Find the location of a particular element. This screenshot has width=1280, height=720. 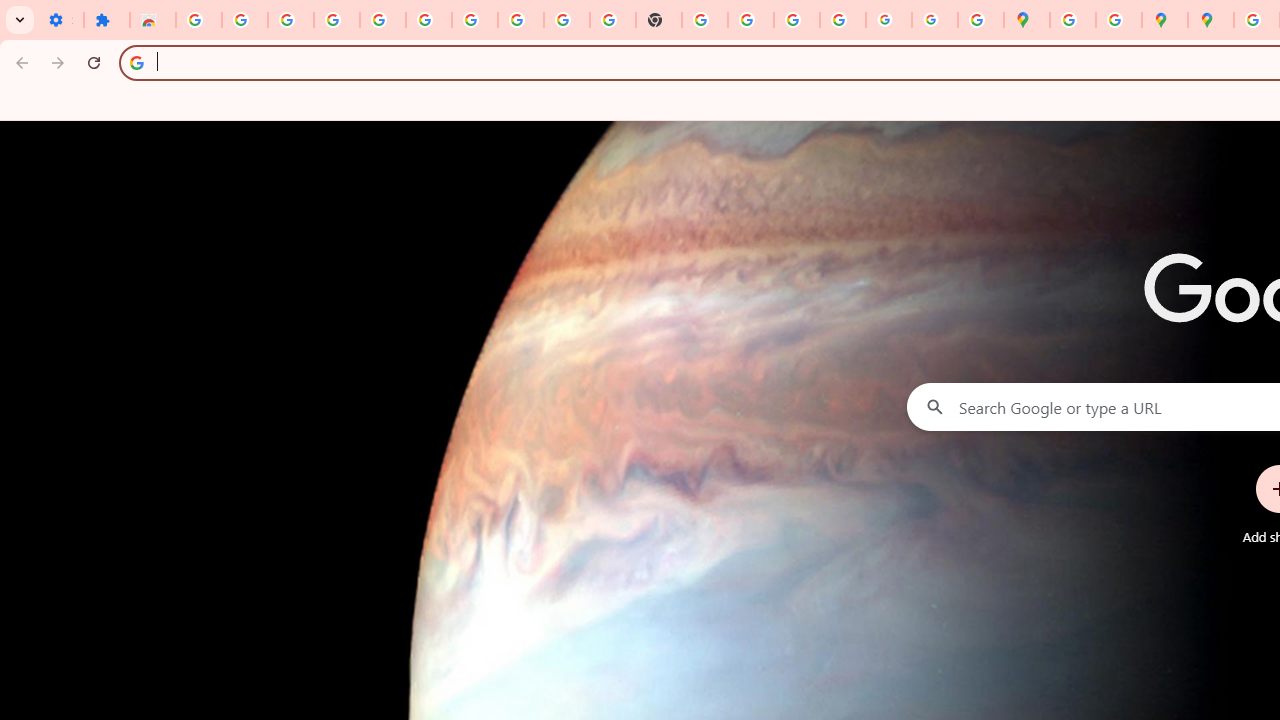

'Safety in Our Products - Google Safety Center' is located at coordinates (1117, 20).